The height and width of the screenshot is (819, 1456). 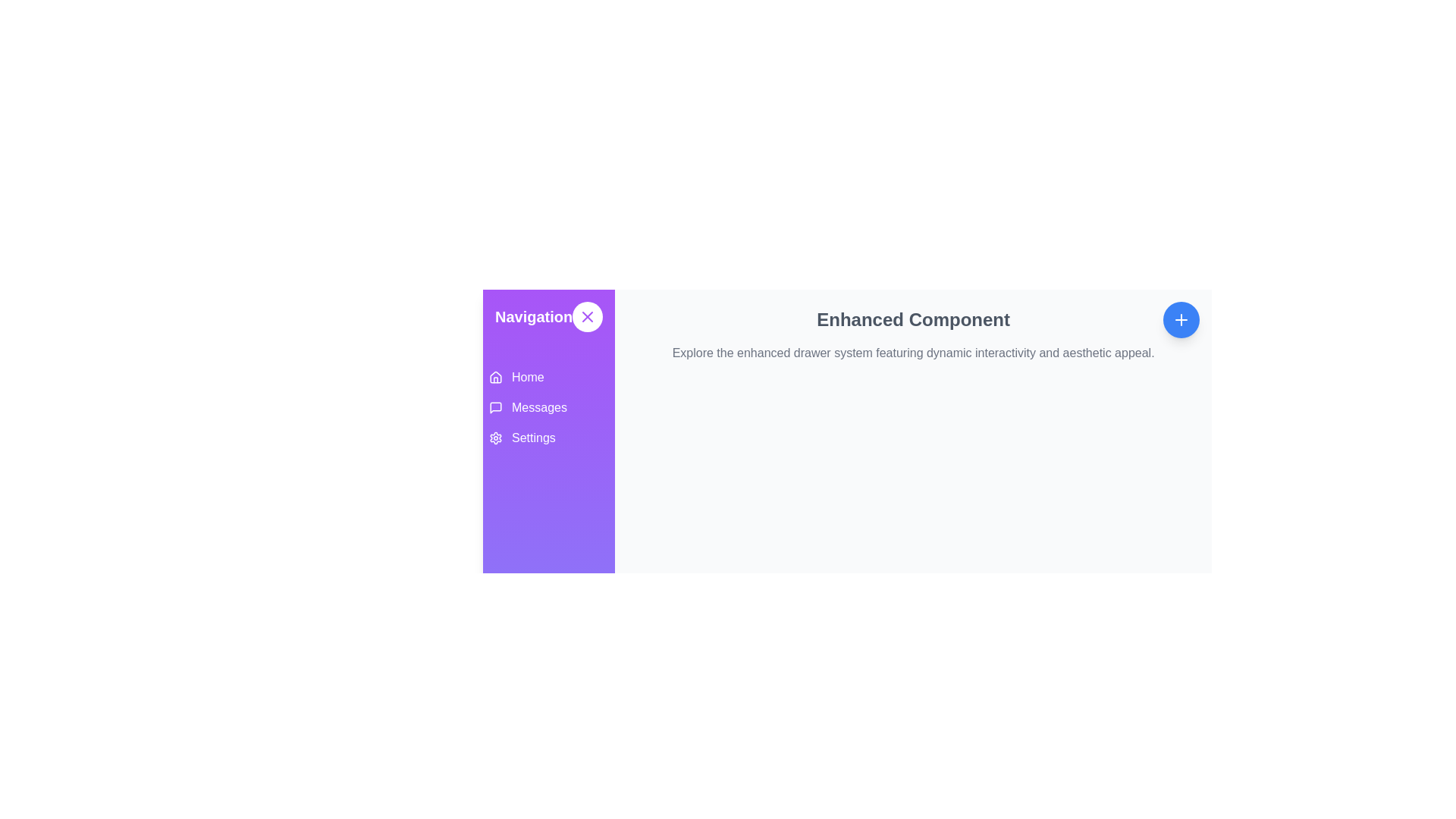 I want to click on the 'Settings' text label in the vertical sidebar menu, so click(x=533, y=438).